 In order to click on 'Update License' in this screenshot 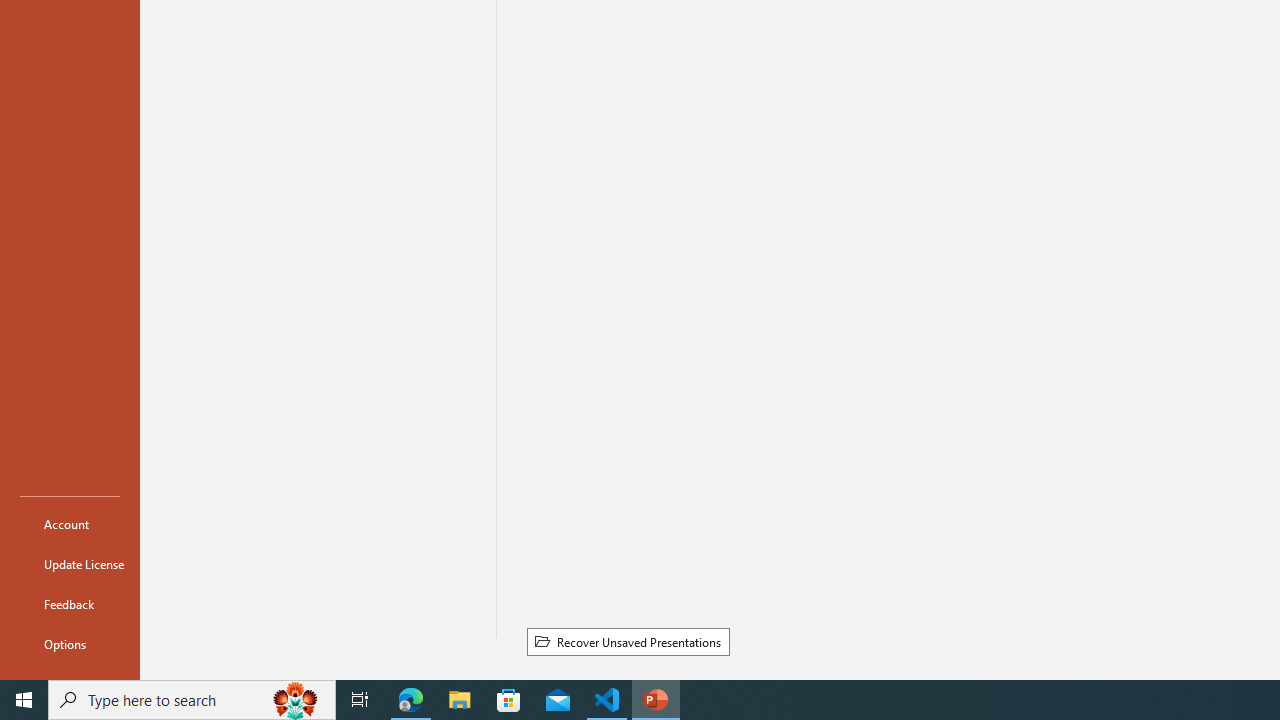, I will do `click(69, 564)`.